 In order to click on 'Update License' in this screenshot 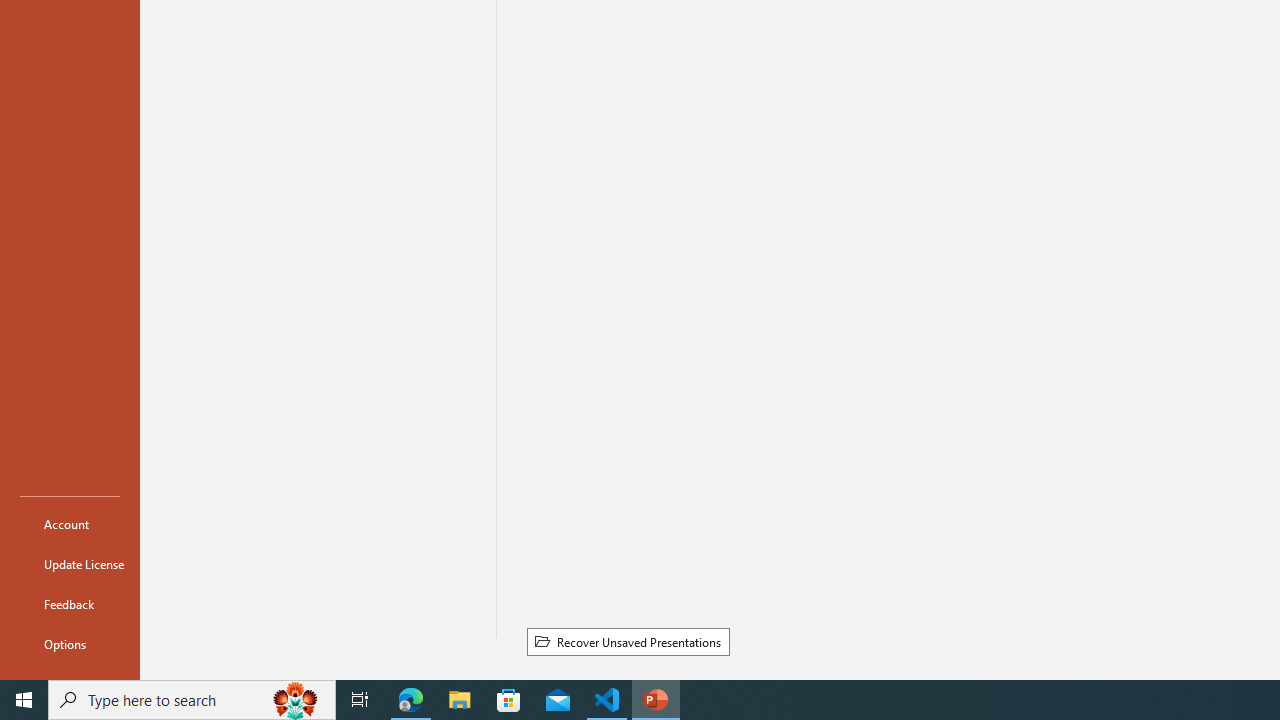, I will do `click(69, 564)`.